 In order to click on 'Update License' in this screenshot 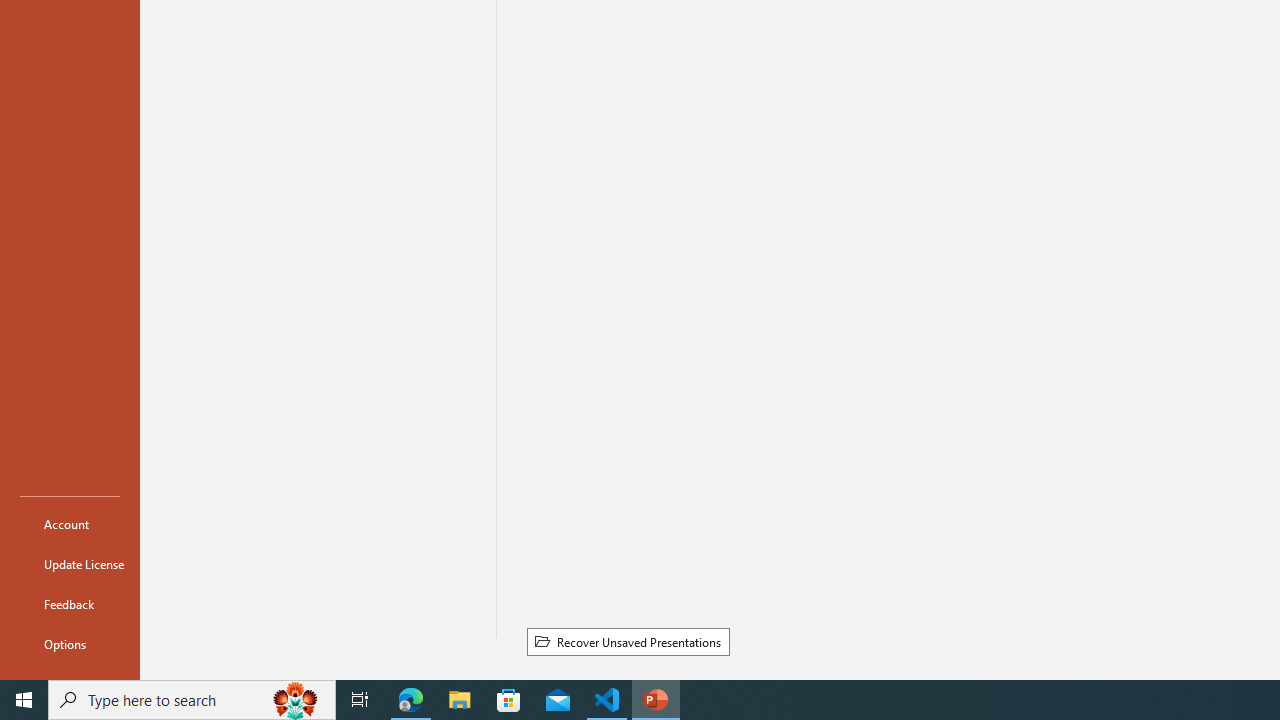, I will do `click(69, 564)`.